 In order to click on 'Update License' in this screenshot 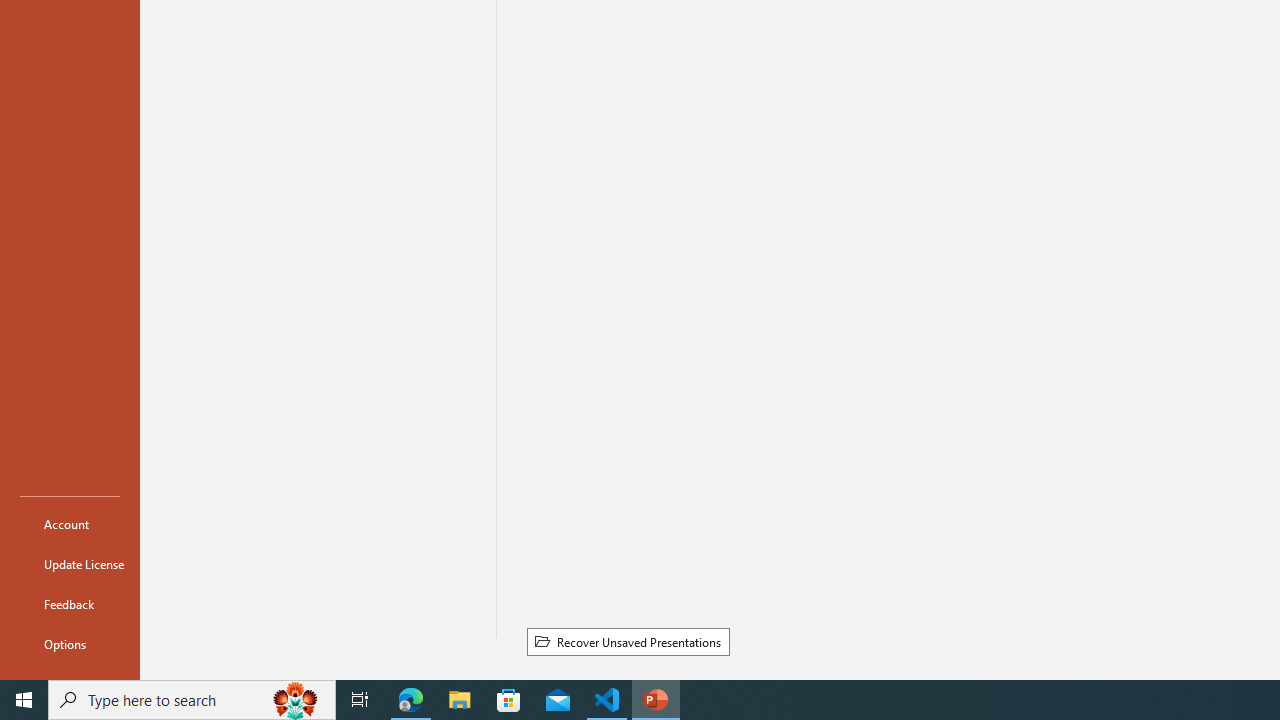, I will do `click(69, 564)`.